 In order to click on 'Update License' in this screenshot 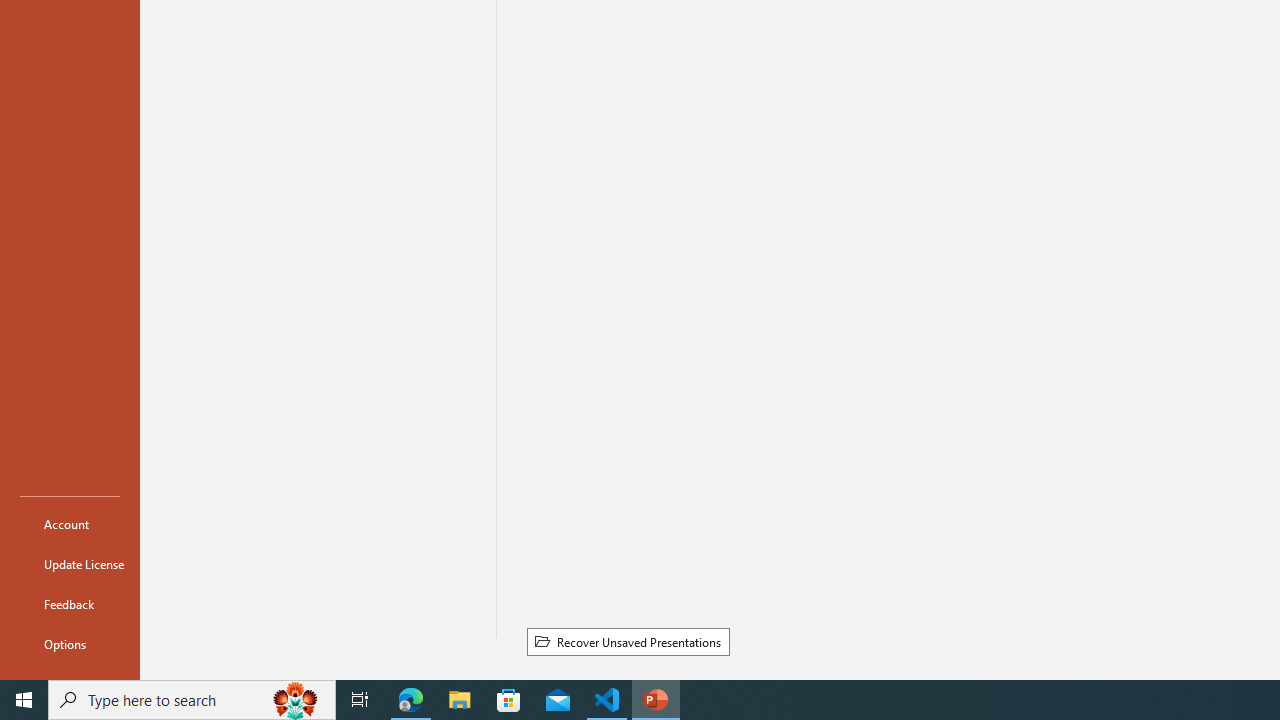, I will do `click(69, 564)`.